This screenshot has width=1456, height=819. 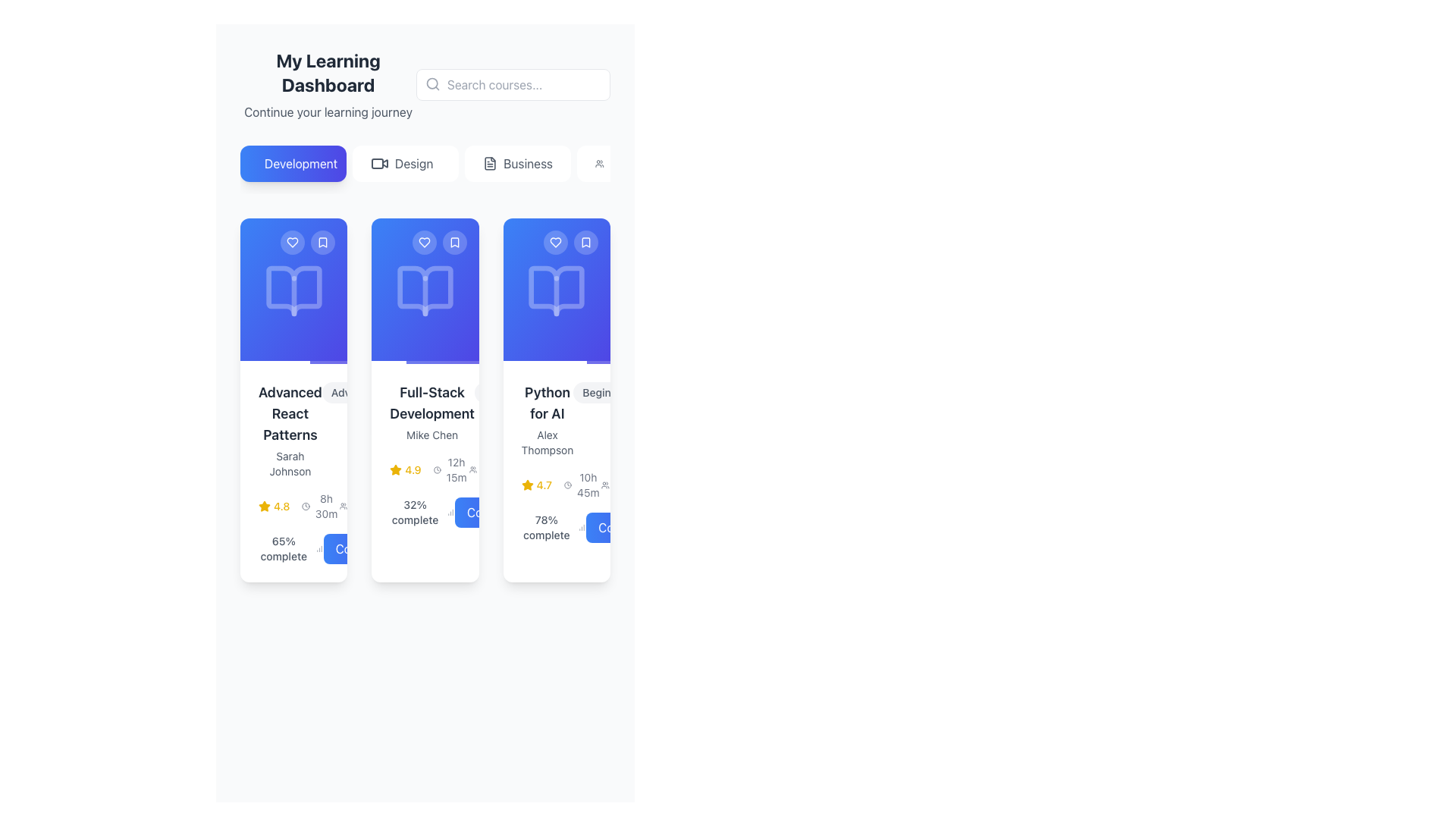 I want to click on the bookmark icon button located in the top-right corner of the second card, so click(x=453, y=242).